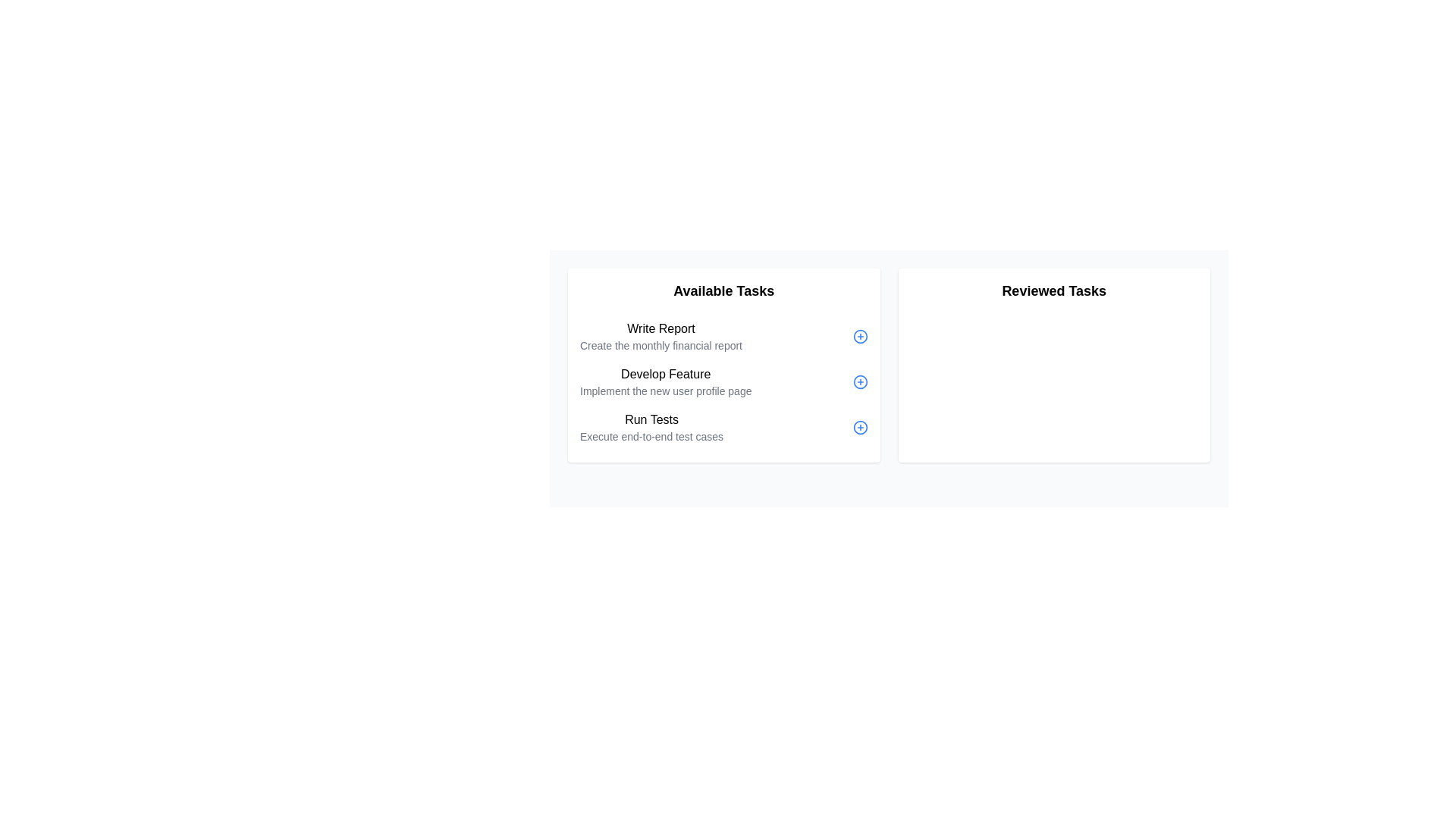  What do you see at coordinates (666, 381) in the screenshot?
I see `text content of the second task item in the 'Available Tasks' list, which contains a title and description for managing assignments` at bounding box center [666, 381].